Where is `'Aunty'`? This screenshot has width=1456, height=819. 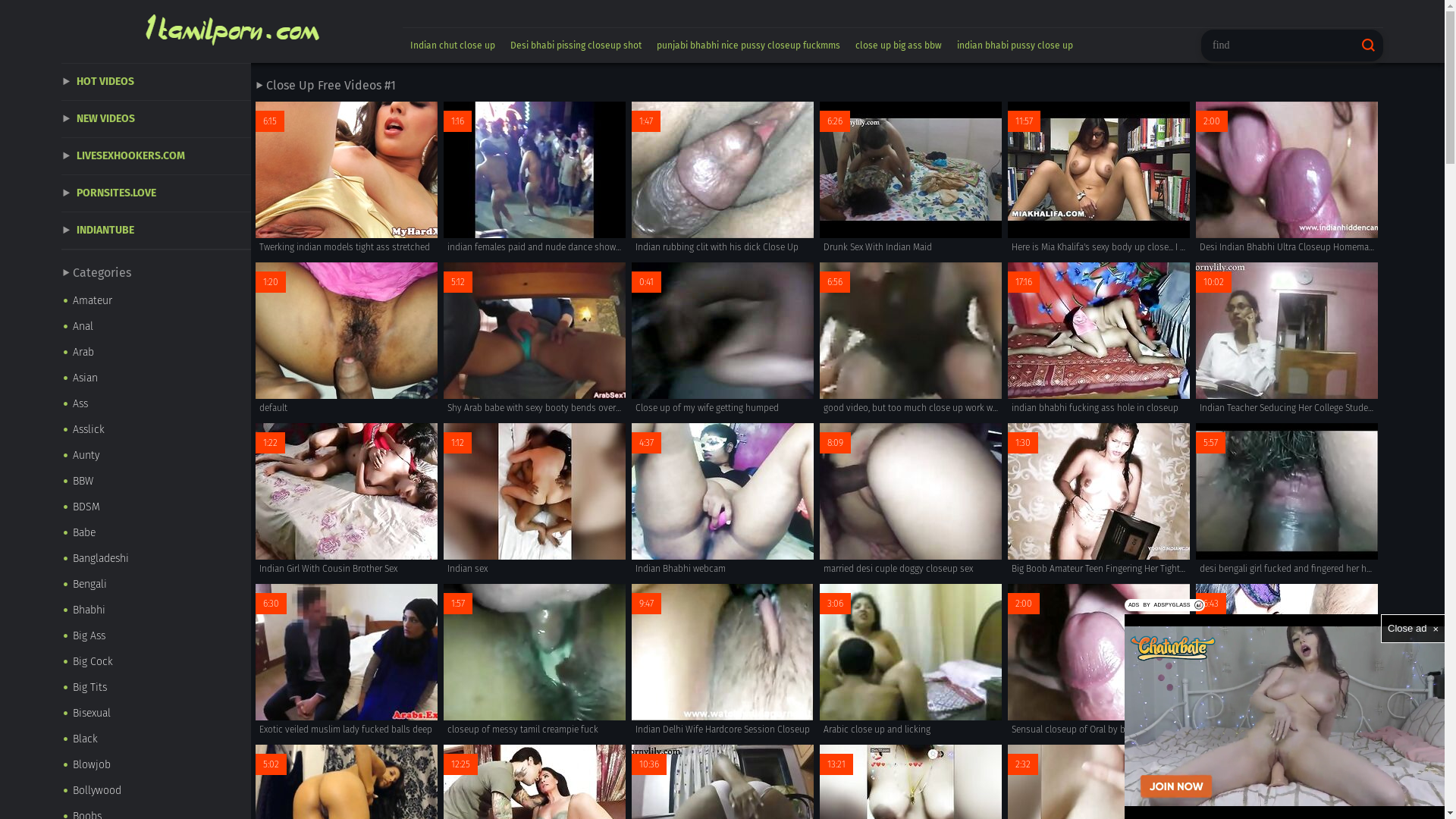
'Aunty' is located at coordinates (156, 455).